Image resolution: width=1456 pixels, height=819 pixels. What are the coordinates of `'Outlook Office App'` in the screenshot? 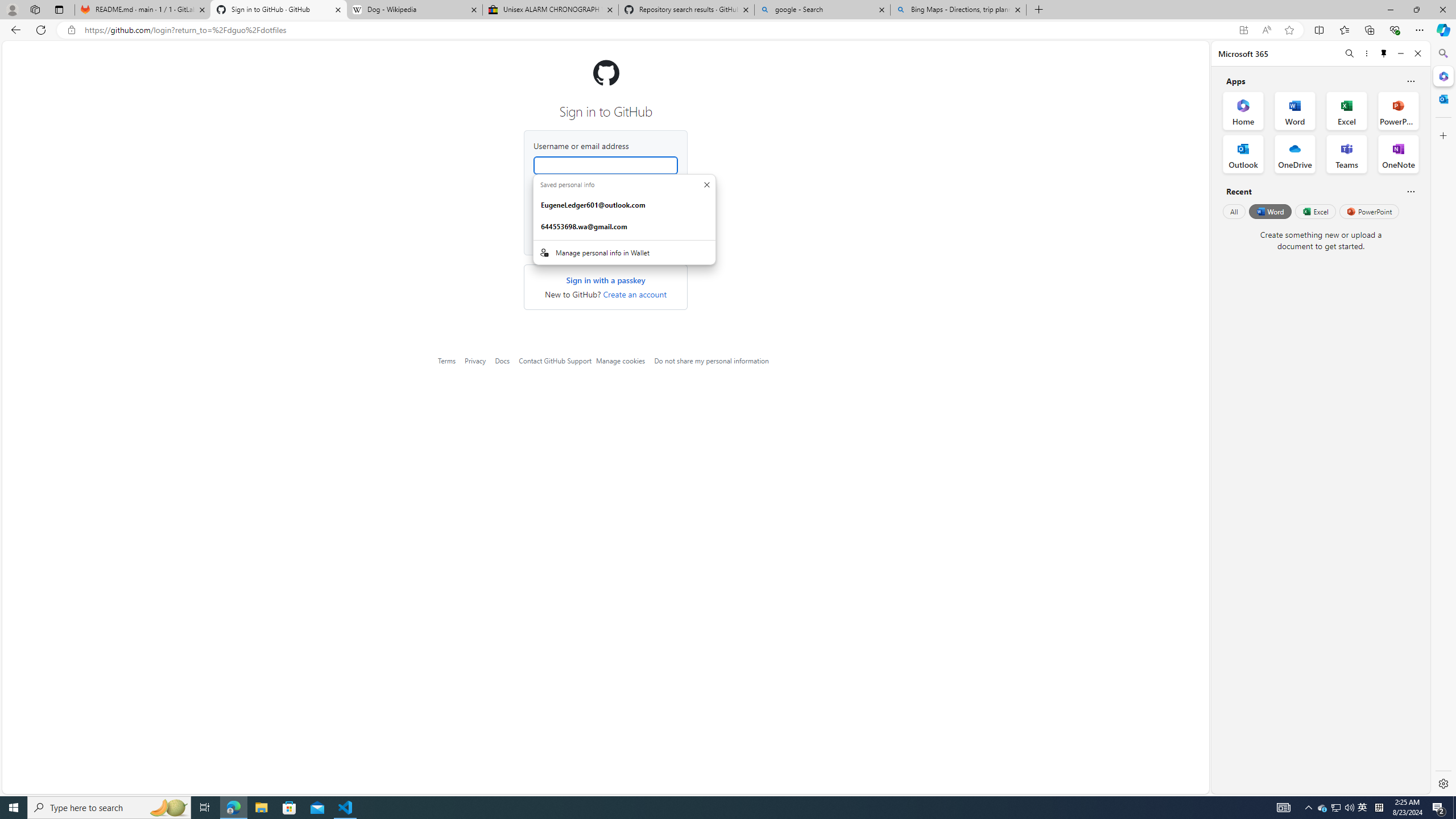 It's located at (1243, 154).